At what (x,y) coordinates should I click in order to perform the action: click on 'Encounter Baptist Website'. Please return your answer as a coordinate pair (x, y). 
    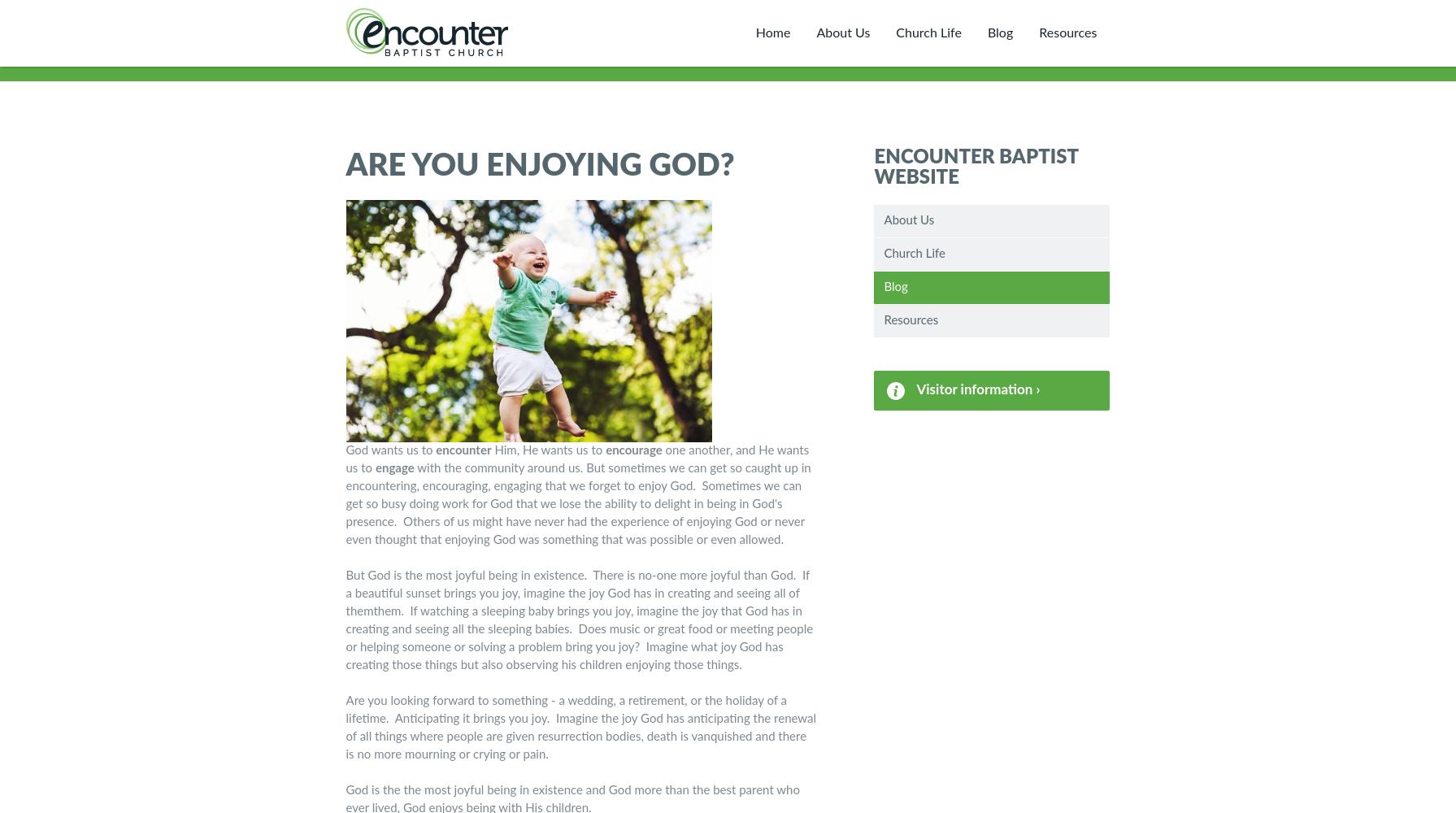
    Looking at the image, I should click on (975, 167).